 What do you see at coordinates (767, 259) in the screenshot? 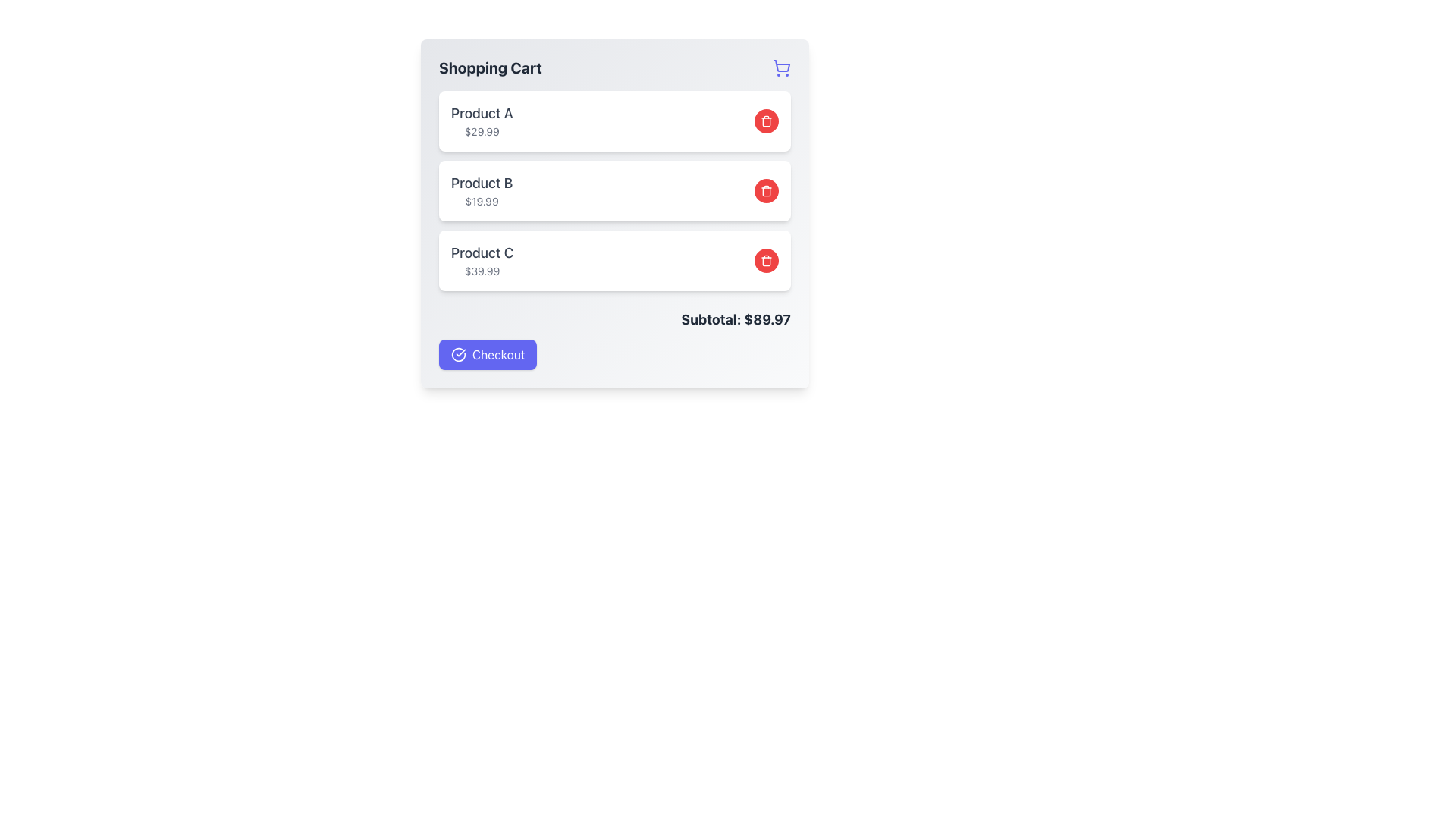
I see `the delete icon located to the right of 'Product C' priced at '$39.99' in the shopping cart` at bounding box center [767, 259].